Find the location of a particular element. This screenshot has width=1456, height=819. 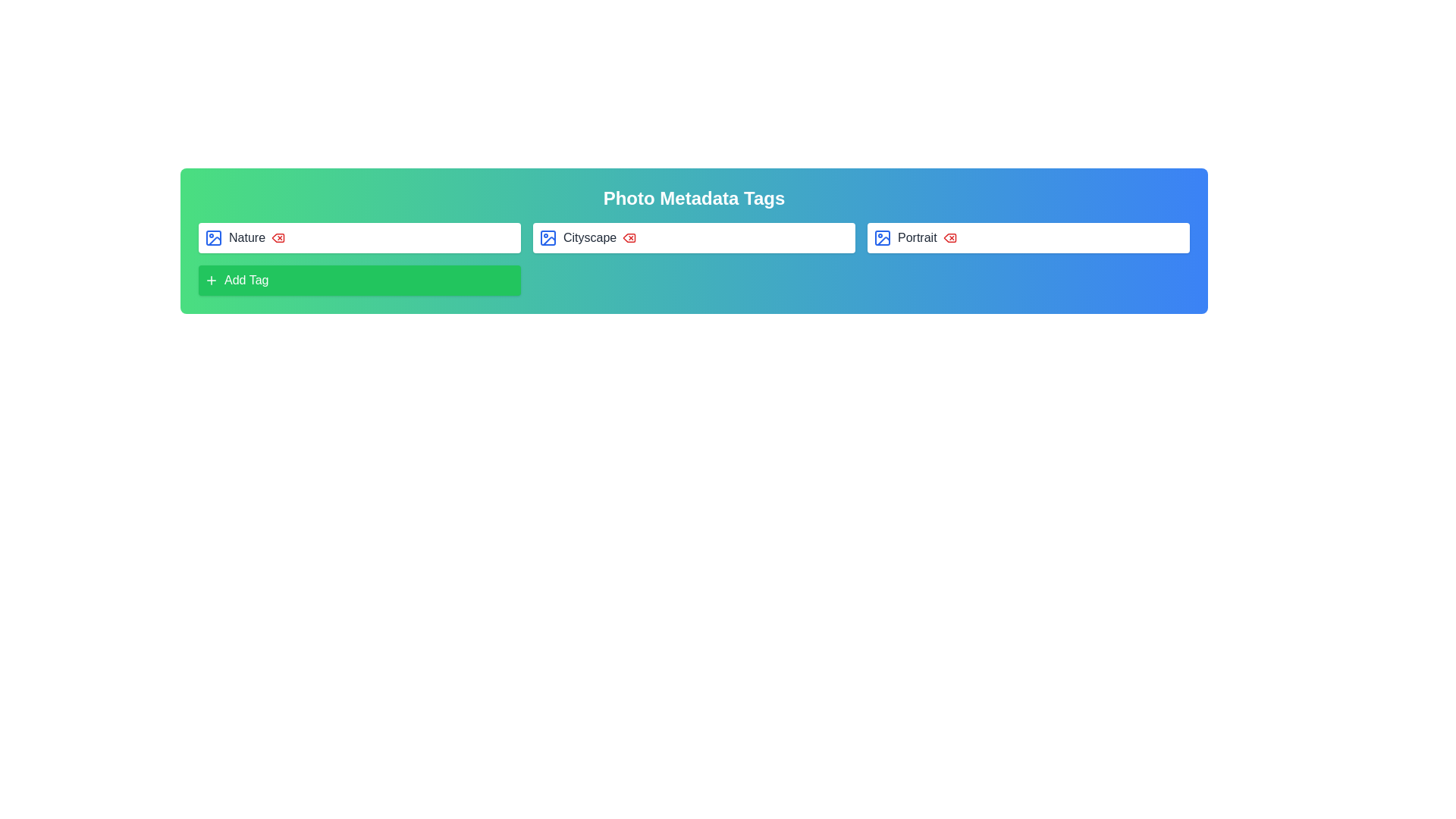

the plus sign SVG icon with a green background located inside the 'Add Tag' button is located at coordinates (210, 281).